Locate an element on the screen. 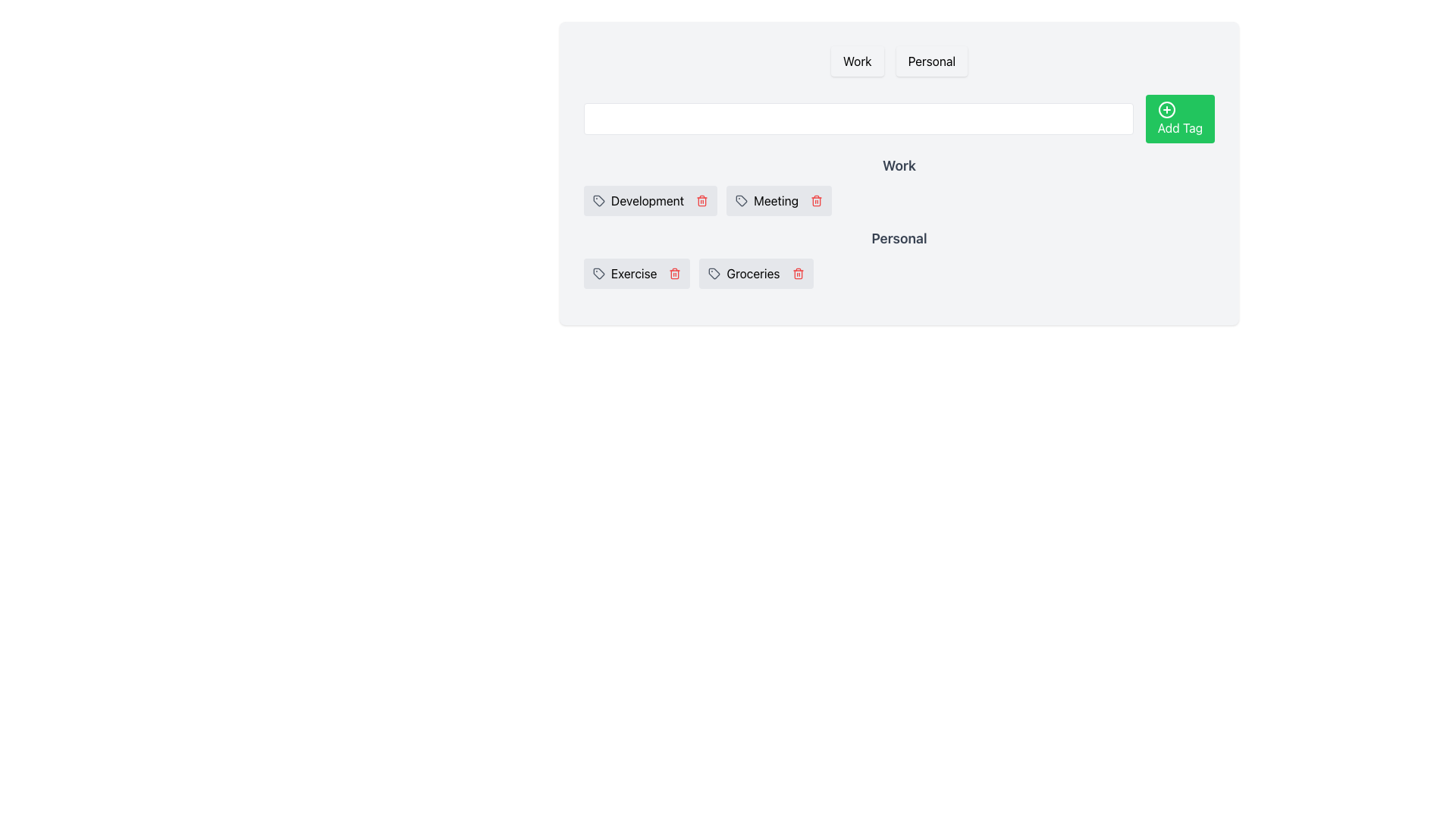  the stylized tag-shaped icon with a gray outline located to the left of the 'Groceries' label in the 'Personal' section to invoke the associated action is located at coordinates (713, 271).